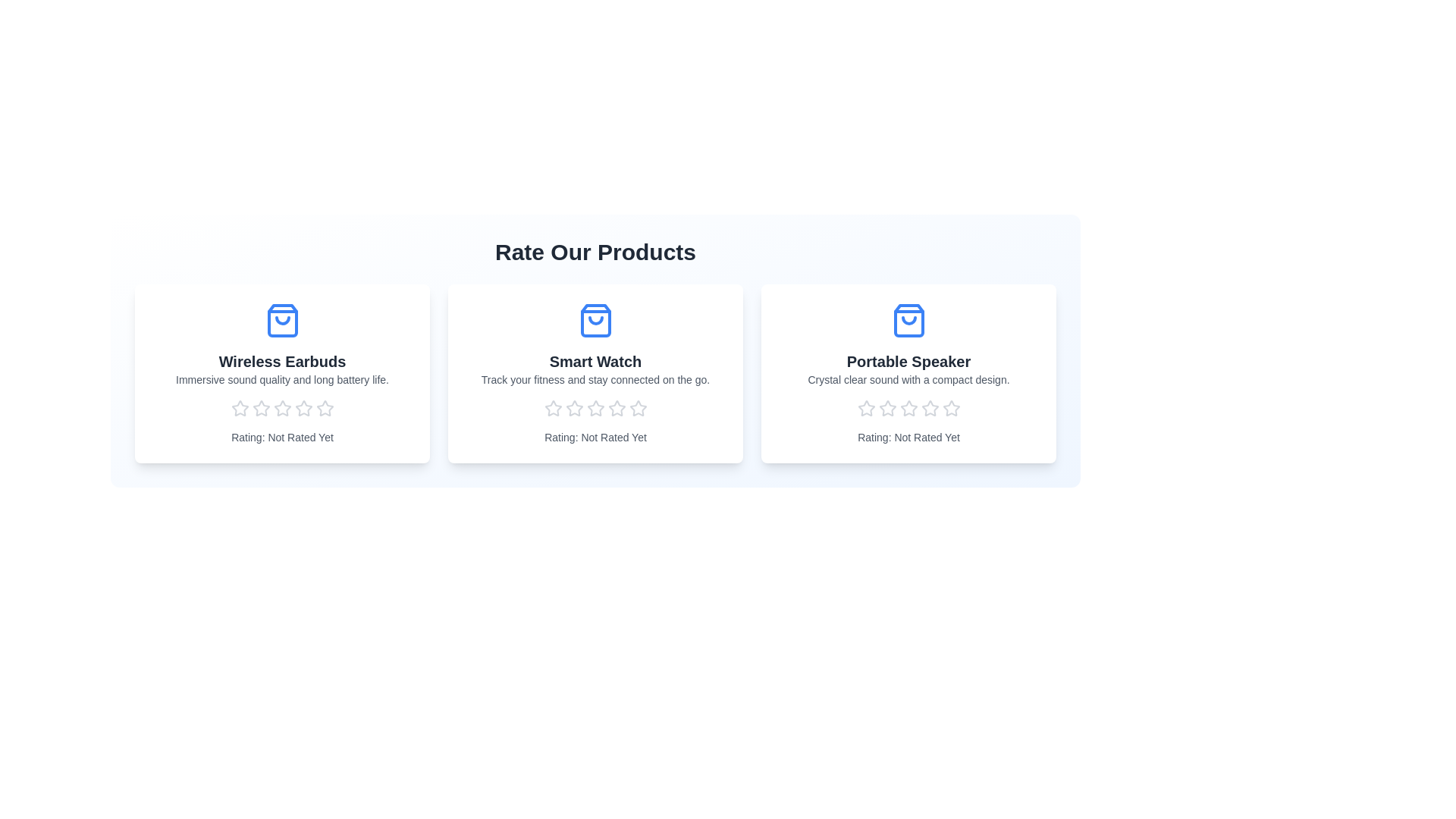  What do you see at coordinates (282, 379) in the screenshot?
I see `the description of the product Wireless Earbuds` at bounding box center [282, 379].